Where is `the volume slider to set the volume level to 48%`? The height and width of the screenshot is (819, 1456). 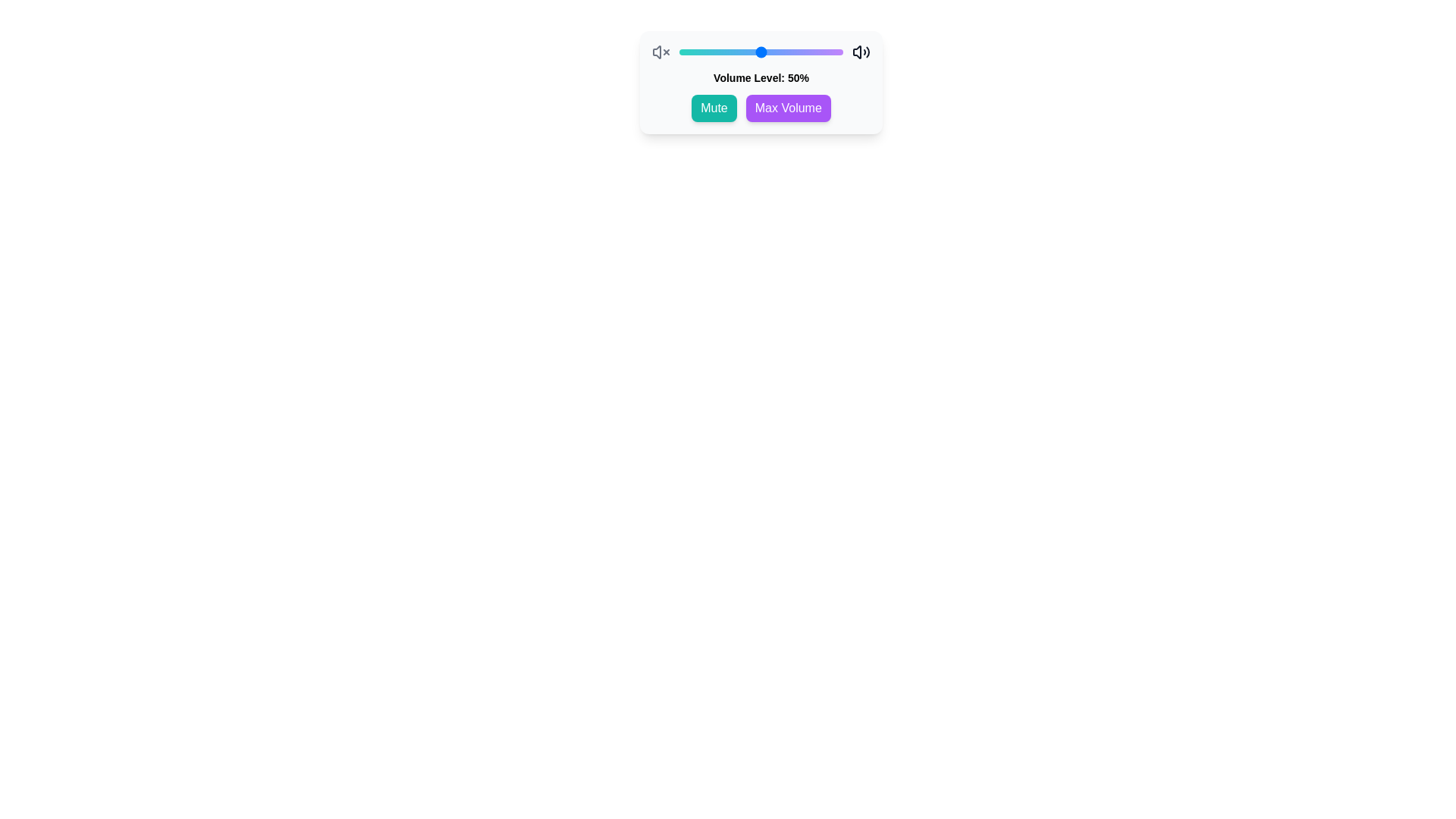
the volume slider to set the volume level to 48% is located at coordinates (758, 52).